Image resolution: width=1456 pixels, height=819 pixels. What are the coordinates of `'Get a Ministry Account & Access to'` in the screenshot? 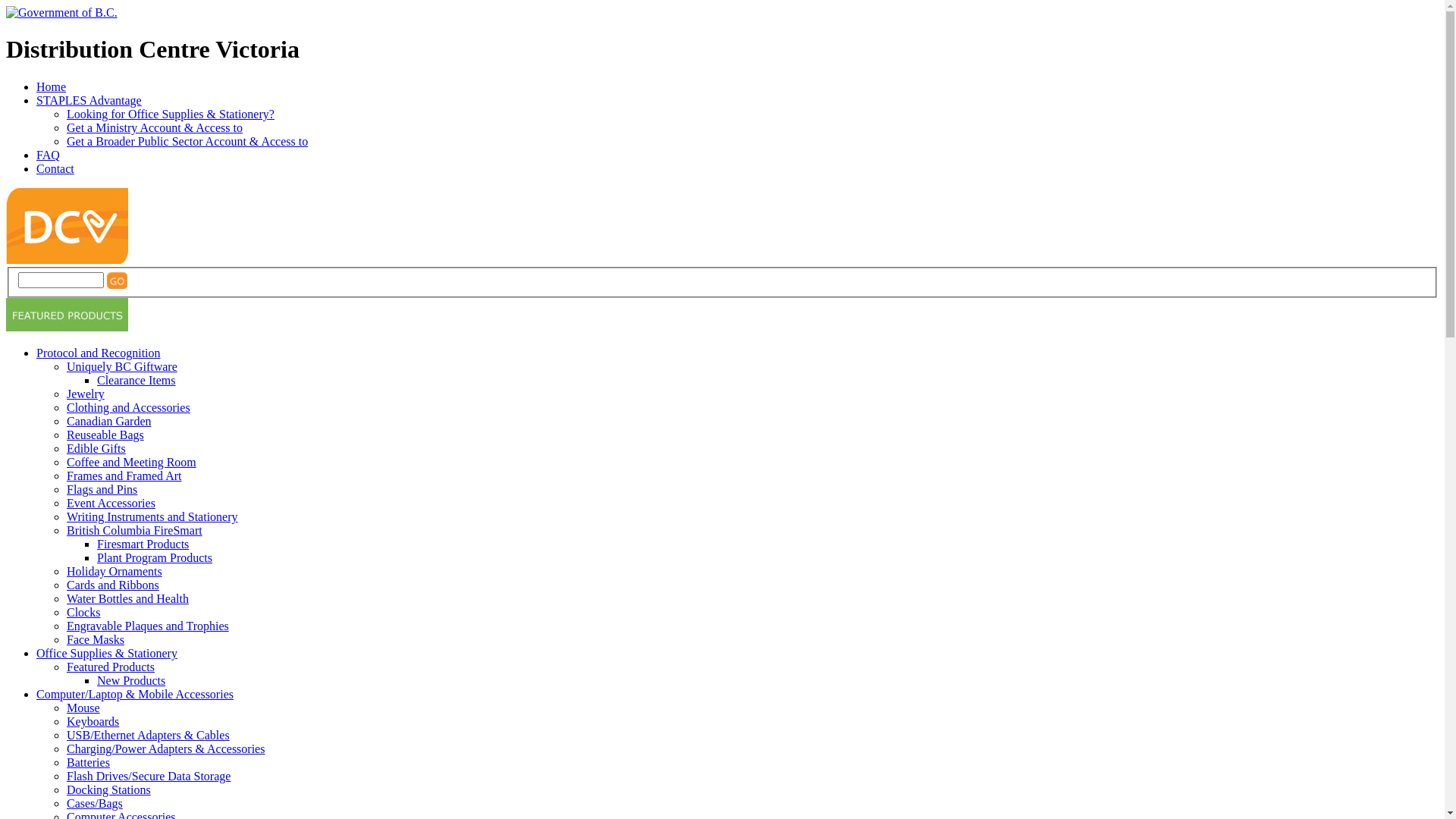 It's located at (154, 127).